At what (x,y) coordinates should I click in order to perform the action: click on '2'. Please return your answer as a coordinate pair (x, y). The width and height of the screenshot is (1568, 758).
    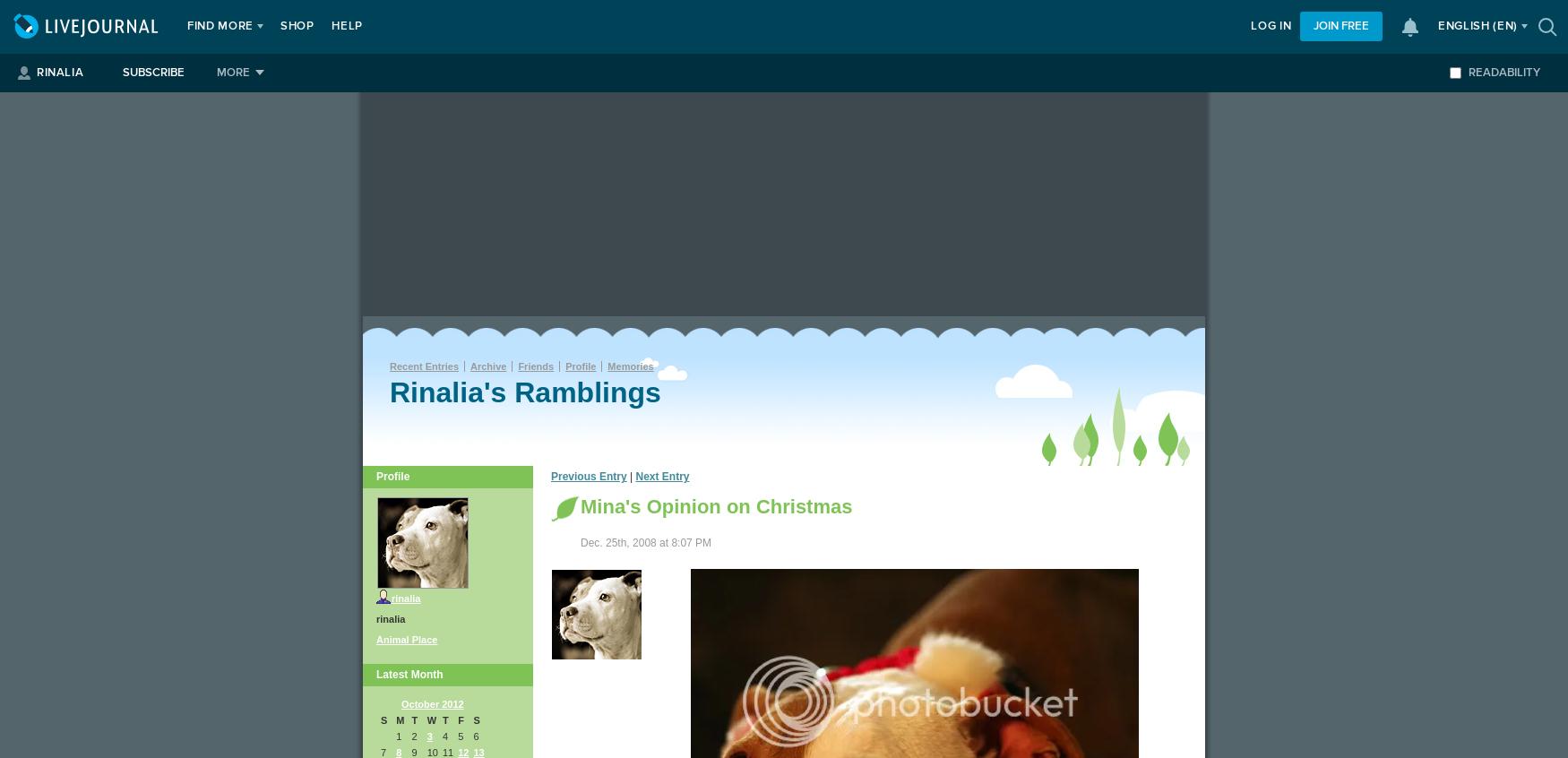
    Looking at the image, I should click on (414, 736).